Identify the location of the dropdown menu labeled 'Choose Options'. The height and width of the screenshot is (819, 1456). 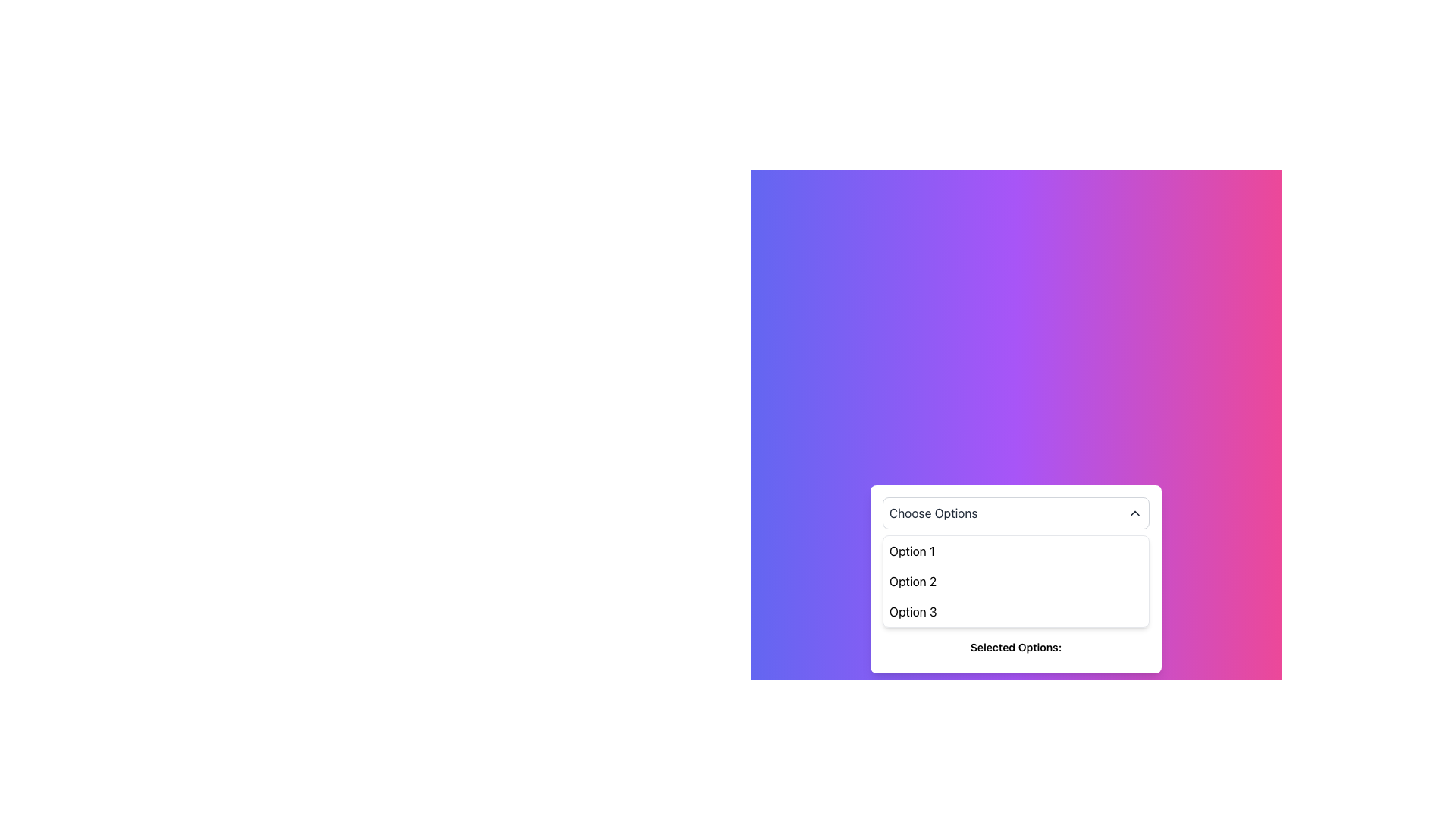
(1015, 513).